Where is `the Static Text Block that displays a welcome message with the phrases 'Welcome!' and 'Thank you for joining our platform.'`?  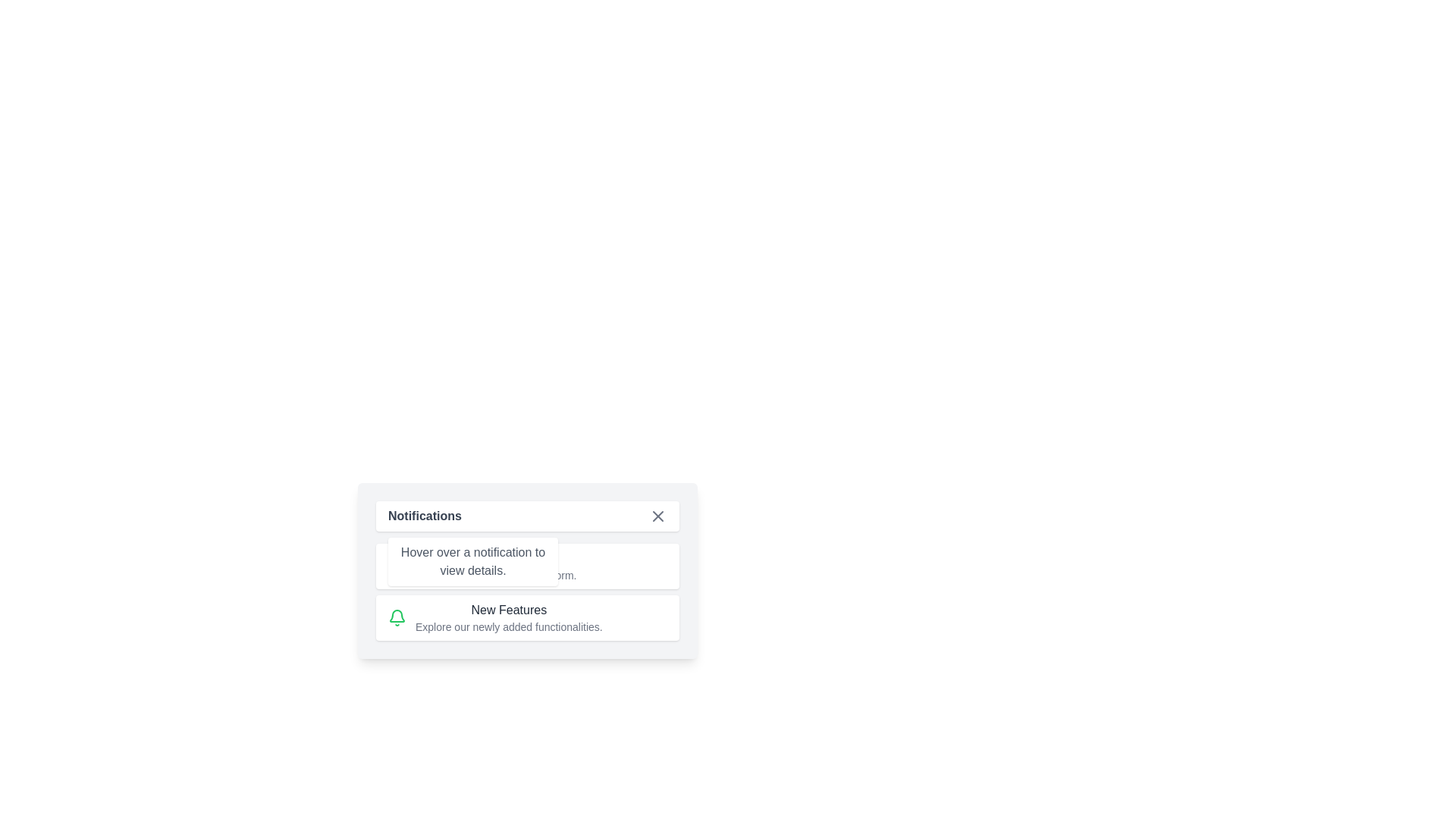
the Static Text Block that displays a welcome message with the phrases 'Welcome!' and 'Thank you for joining our platform.' is located at coordinates (496, 566).